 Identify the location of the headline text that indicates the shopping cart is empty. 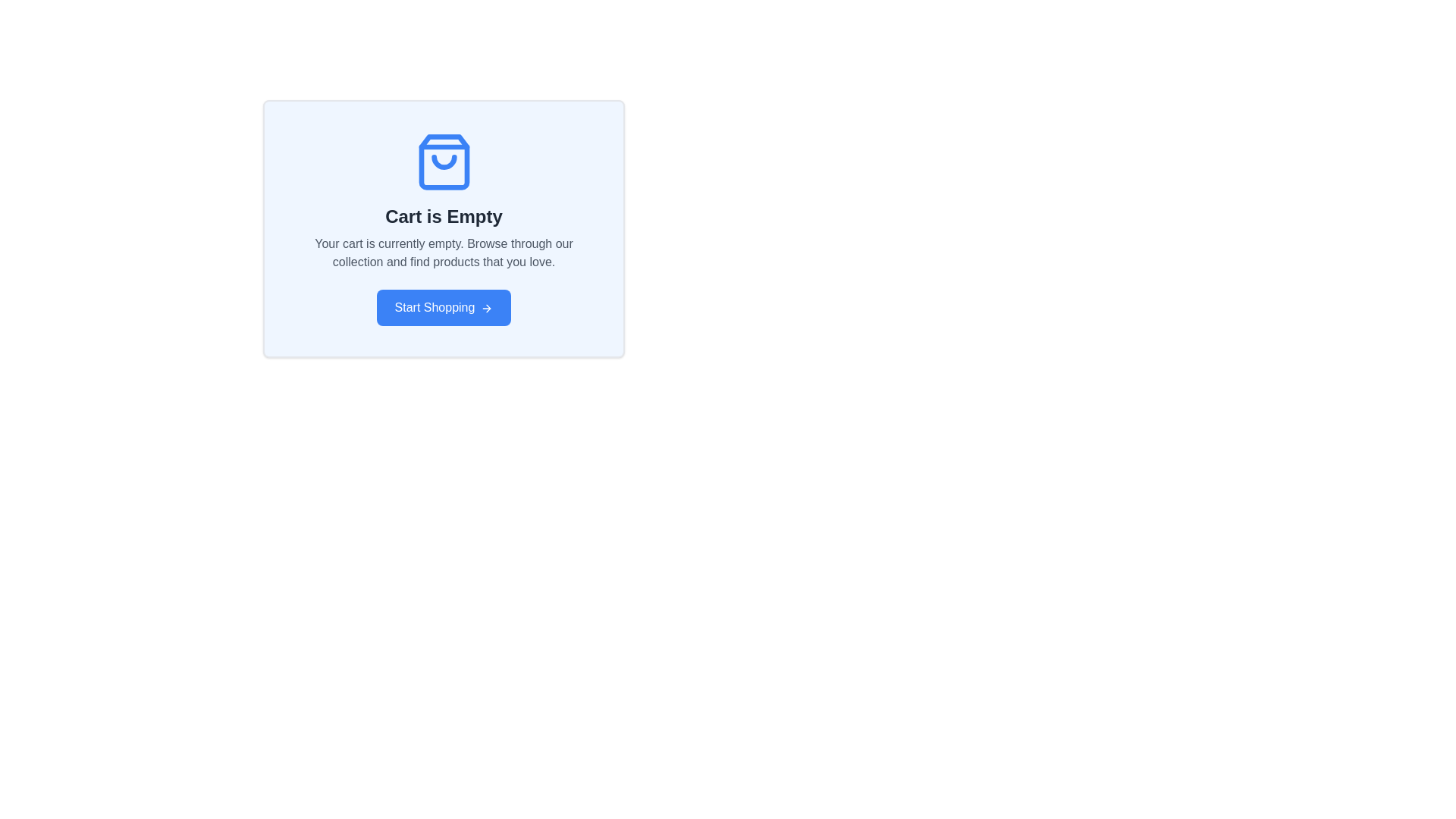
(443, 216).